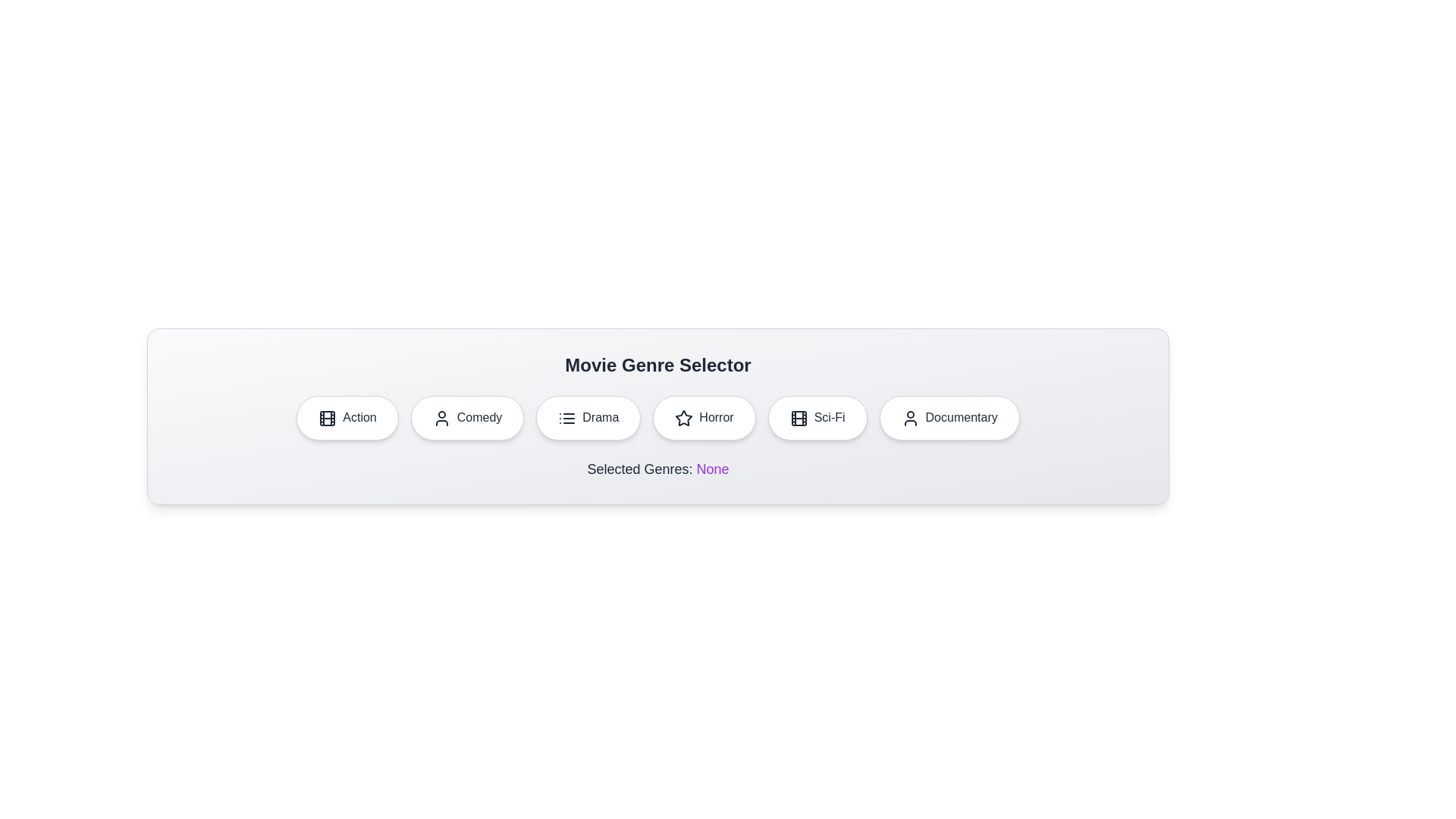 This screenshot has height=819, width=1456. Describe the element at coordinates (658, 467) in the screenshot. I see `text displayed in the Text Display element that indicates the selected movie genres, which is located at the bottom of the genre selection interface` at that location.